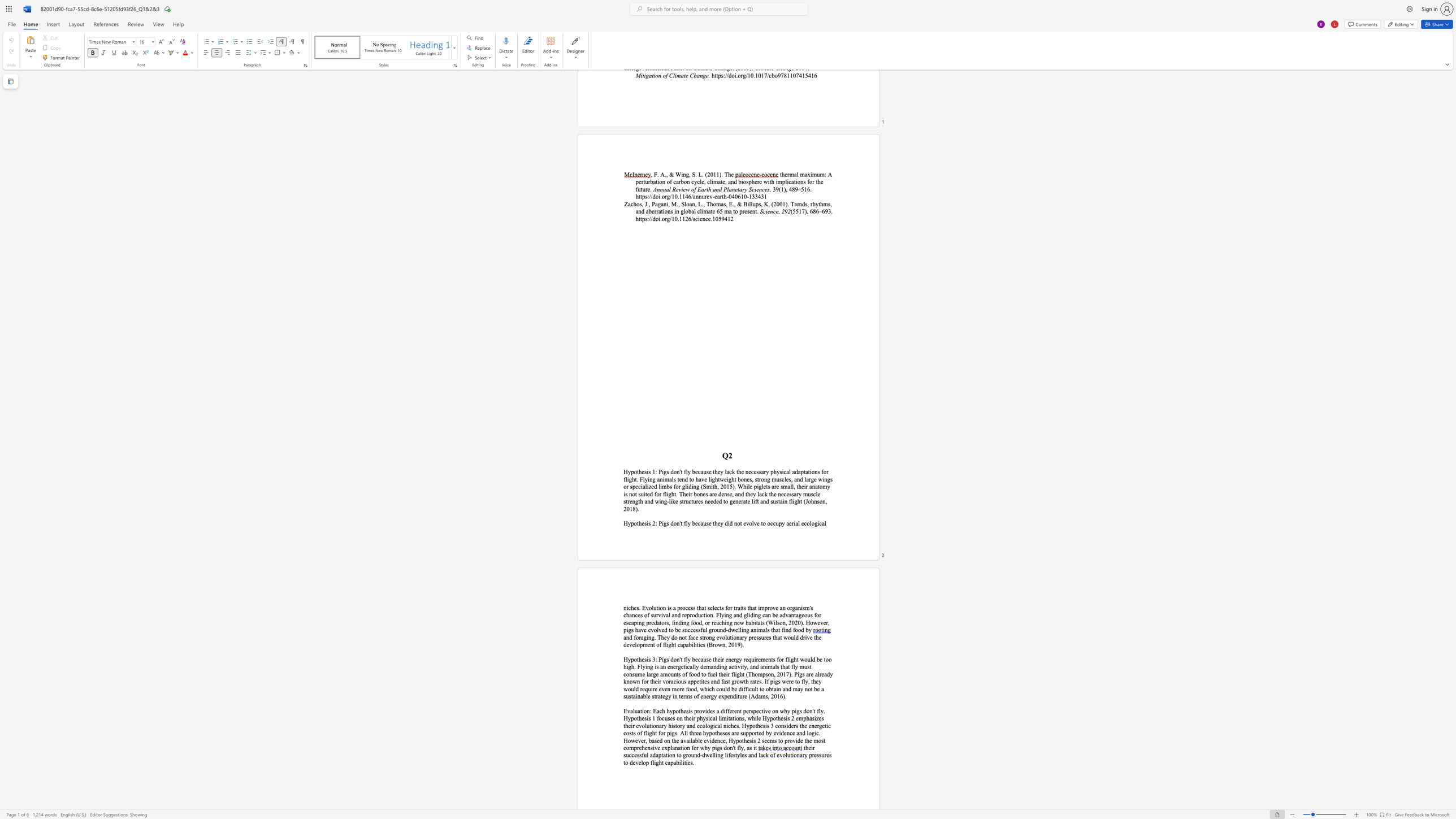 The height and width of the screenshot is (819, 1456). Describe the element at coordinates (709, 717) in the screenshot. I see `the subset text "cal limitations, whil" within the text "fly. Hypothesis 1 focuses on their physical limitations, while Hypo"` at that location.